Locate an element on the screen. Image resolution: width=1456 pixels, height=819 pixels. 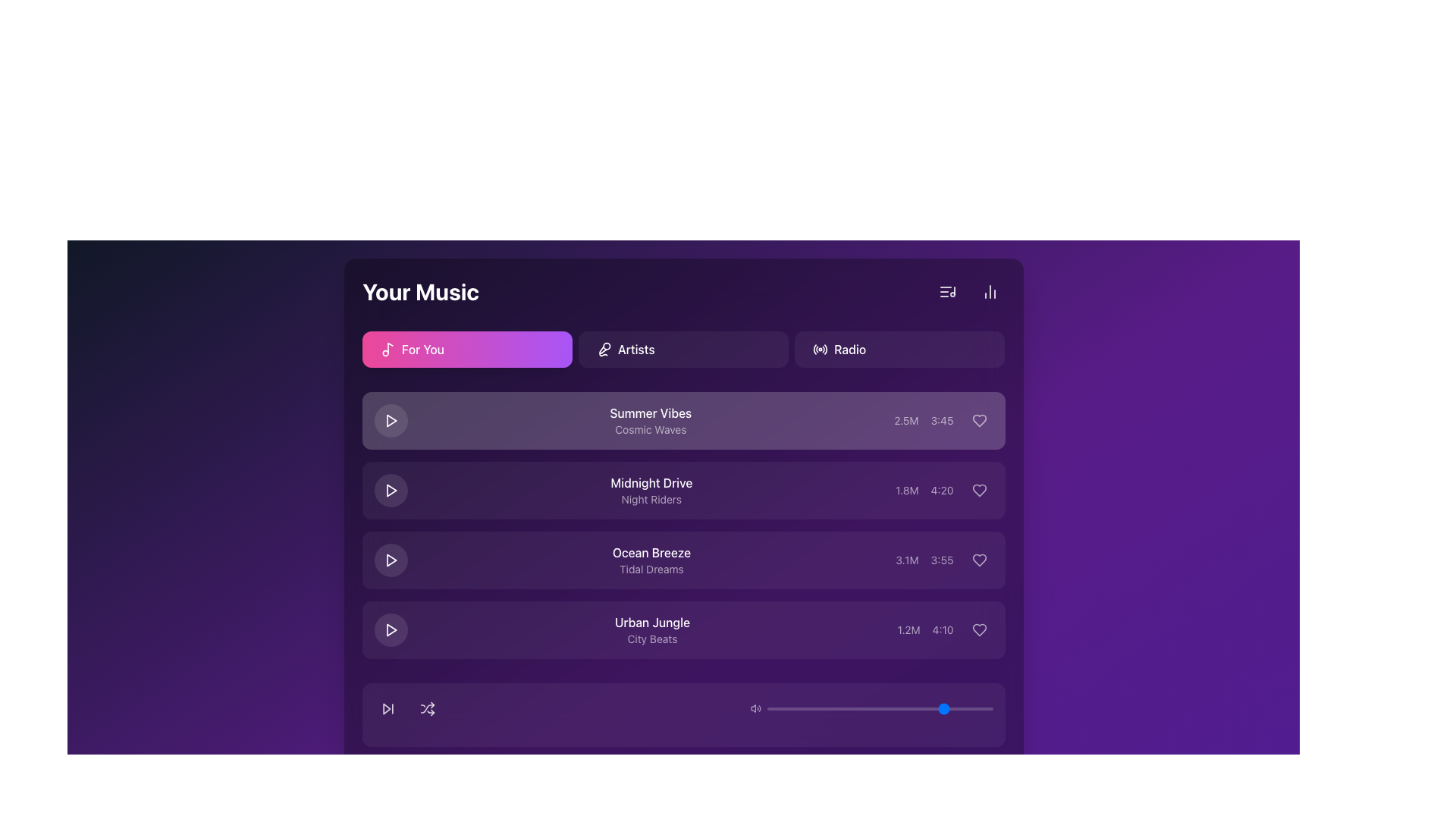
the text label displaying '3:55' in light purple color, located within the 'Ocean Breeze' playlist entry is located at coordinates (941, 560).